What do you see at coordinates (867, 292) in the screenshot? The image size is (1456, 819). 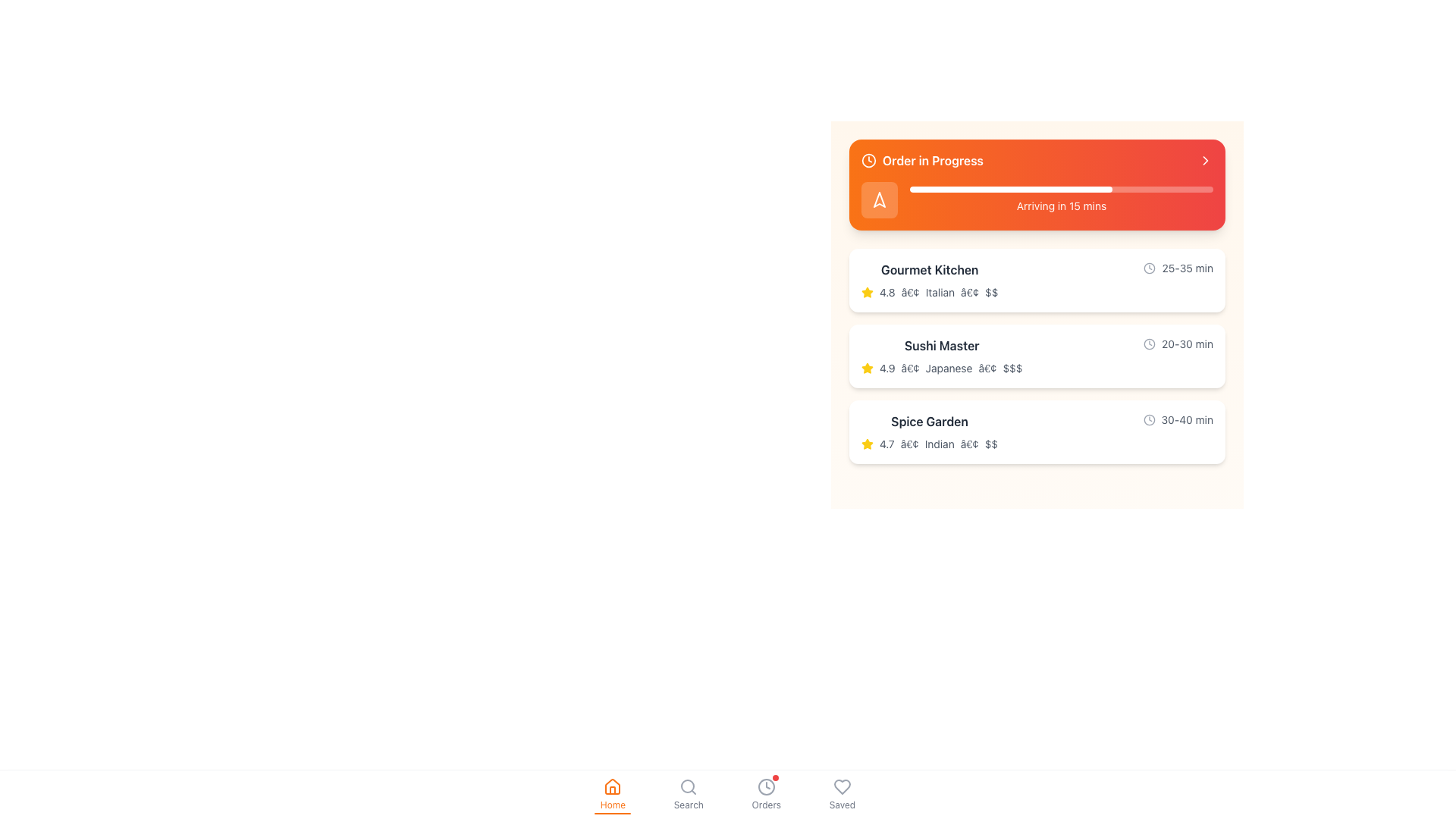 I see `the star icon representing the restaurant's rating, located to the left of the text '4.8 • Italian • $$' in the first item of the list` at bounding box center [867, 292].